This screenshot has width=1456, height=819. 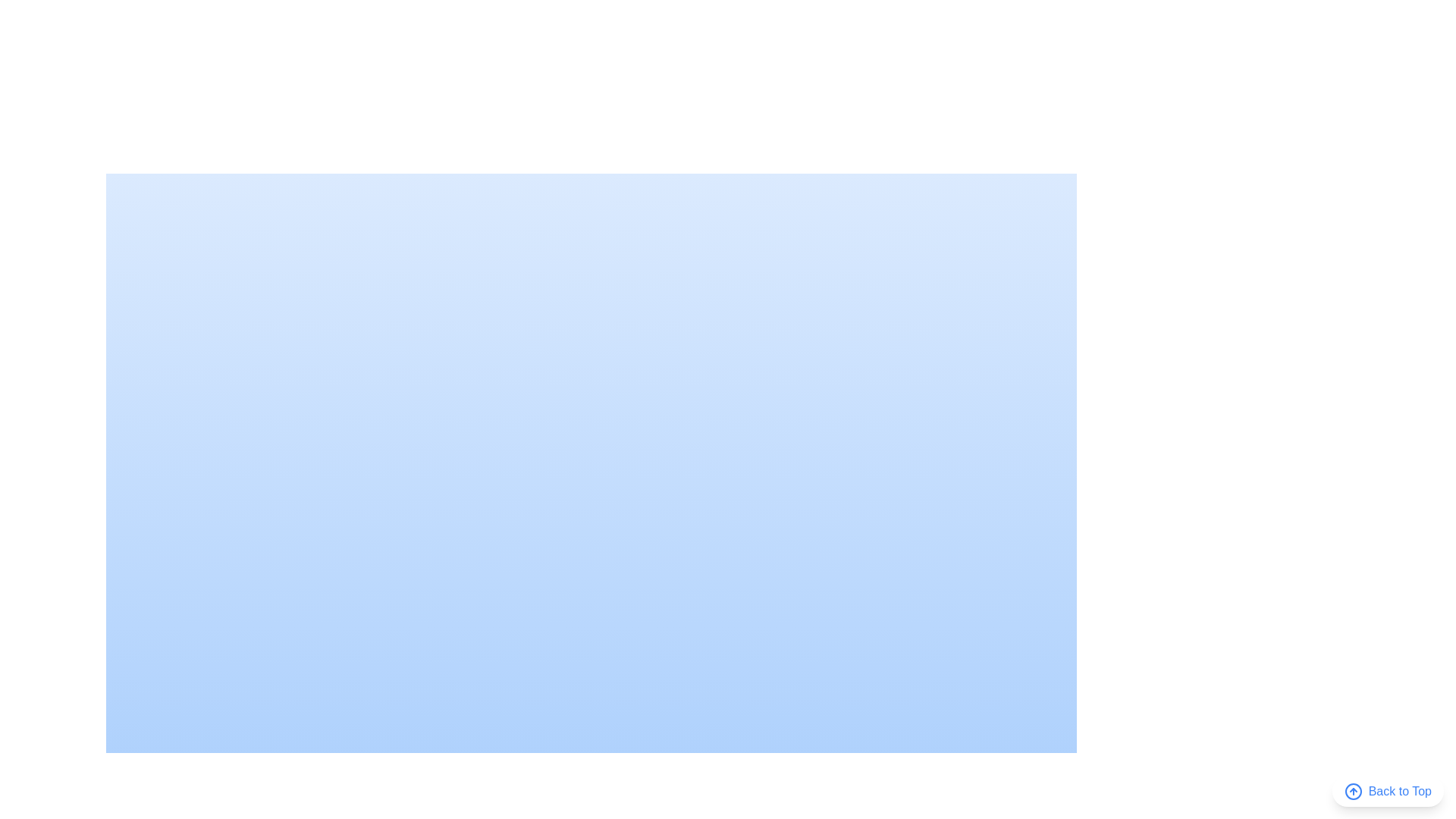 I want to click on the circular SVG shape, which is part of an arrow icon styled in blue, so click(x=1353, y=791).